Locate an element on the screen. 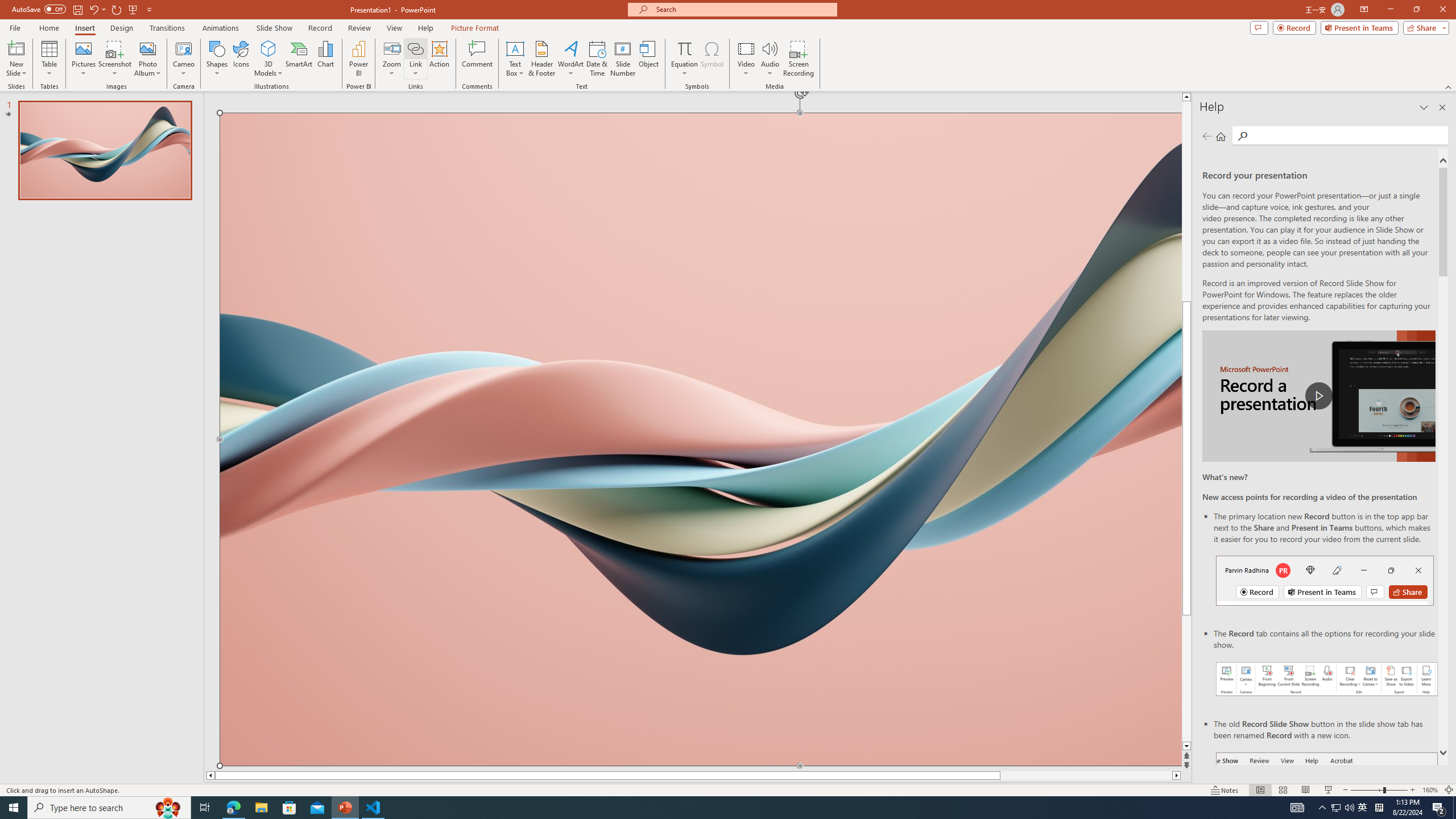 The height and width of the screenshot is (819, 1456). 'WordArt' is located at coordinates (570, 59).